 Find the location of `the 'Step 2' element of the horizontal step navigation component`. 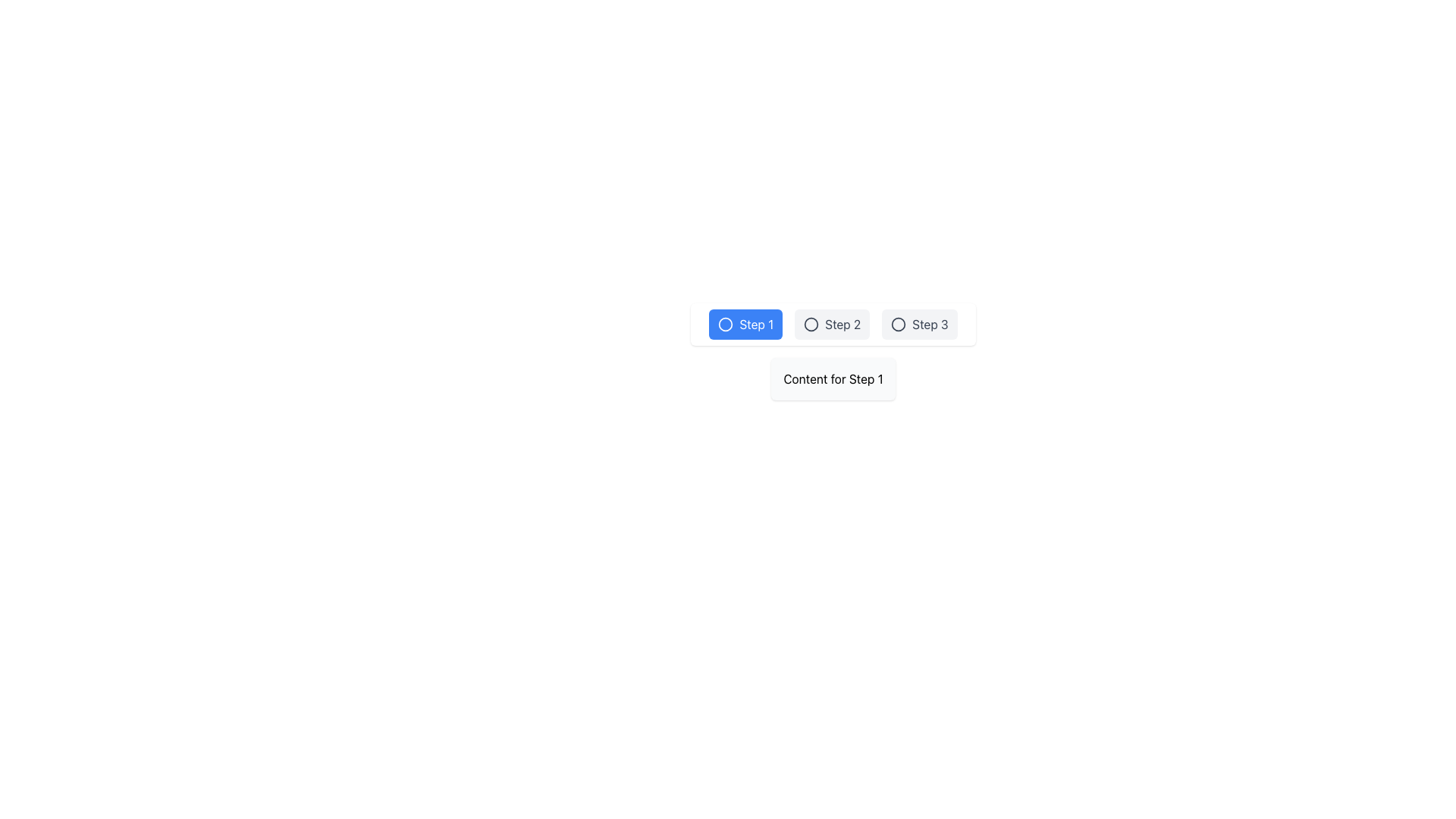

the 'Step 2' element of the horizontal step navigation component is located at coordinates (833, 324).